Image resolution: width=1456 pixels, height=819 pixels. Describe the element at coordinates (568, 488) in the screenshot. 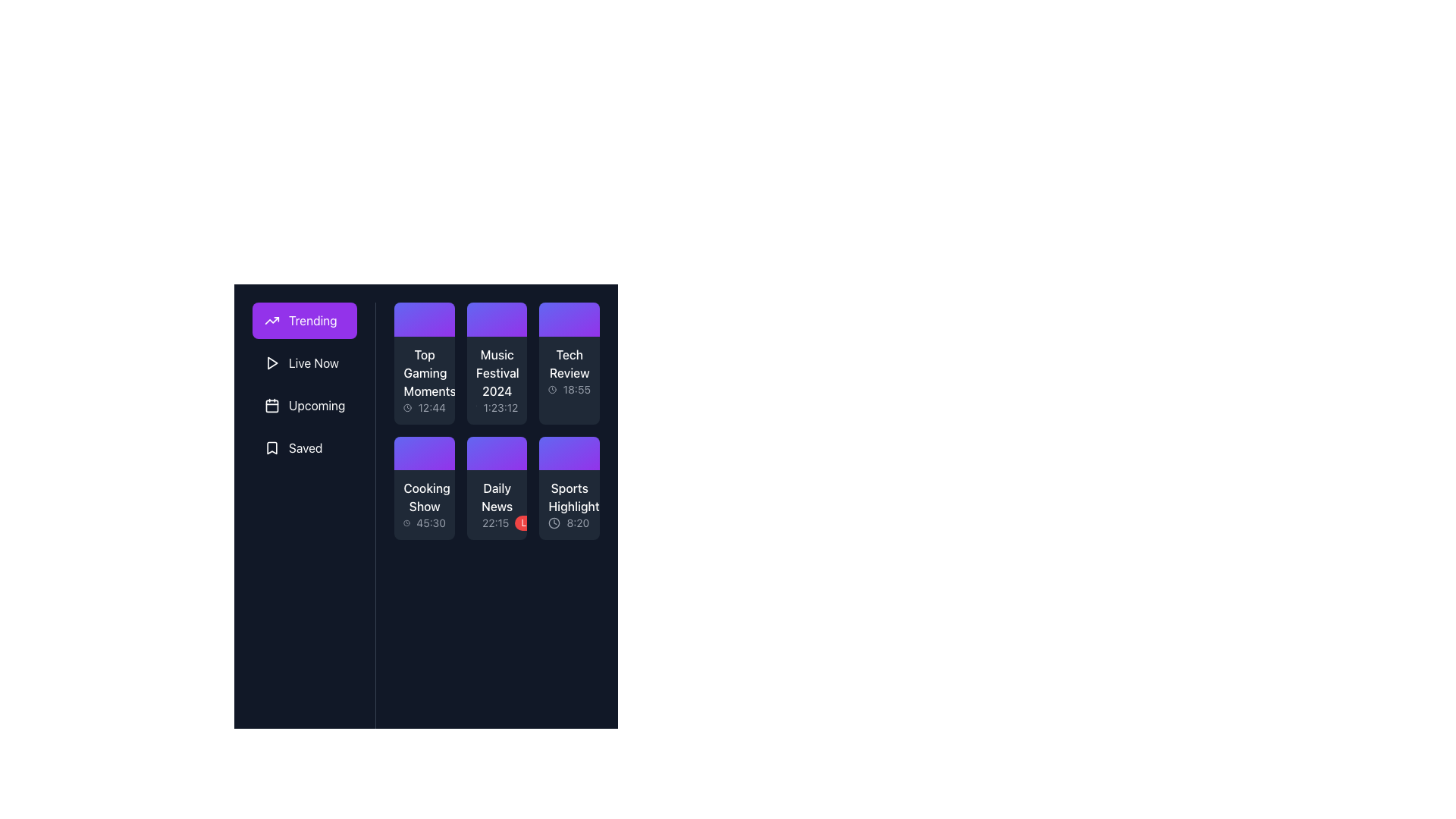

I see `the 'Sports Highlights' thumbnail tile` at that location.